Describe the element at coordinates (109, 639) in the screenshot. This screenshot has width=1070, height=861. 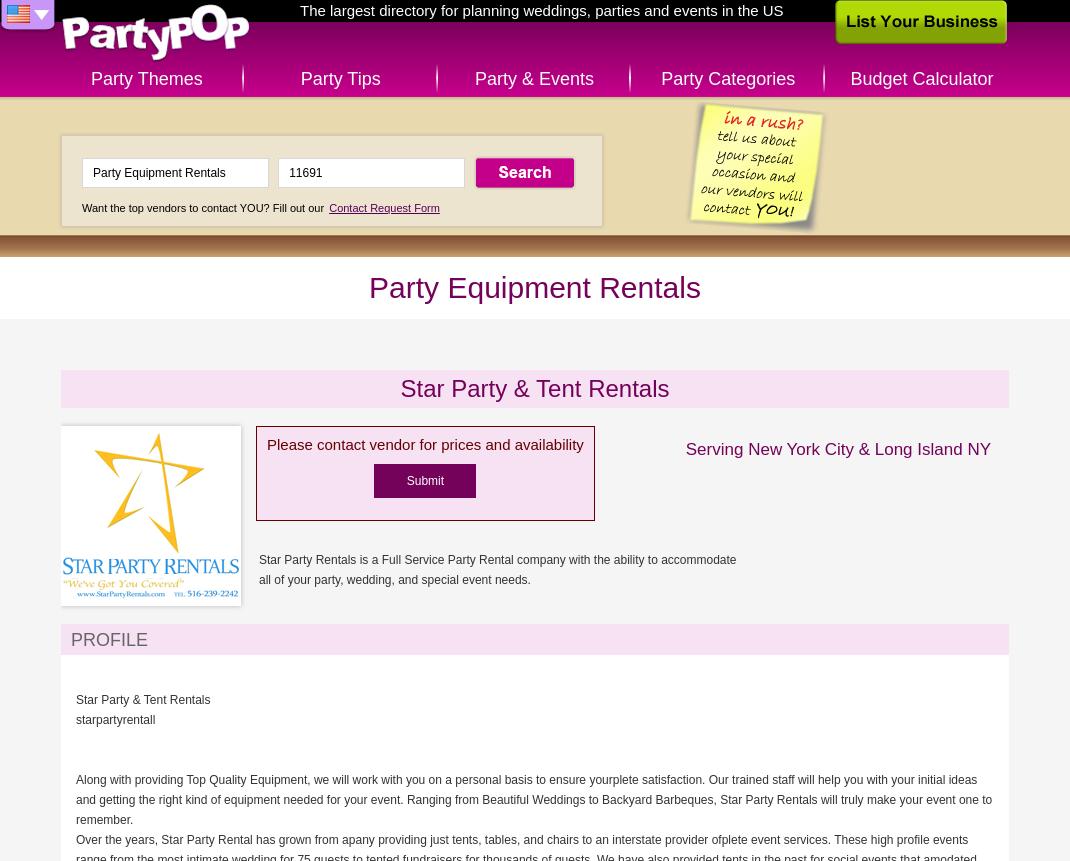
I see `'Profile'` at that location.